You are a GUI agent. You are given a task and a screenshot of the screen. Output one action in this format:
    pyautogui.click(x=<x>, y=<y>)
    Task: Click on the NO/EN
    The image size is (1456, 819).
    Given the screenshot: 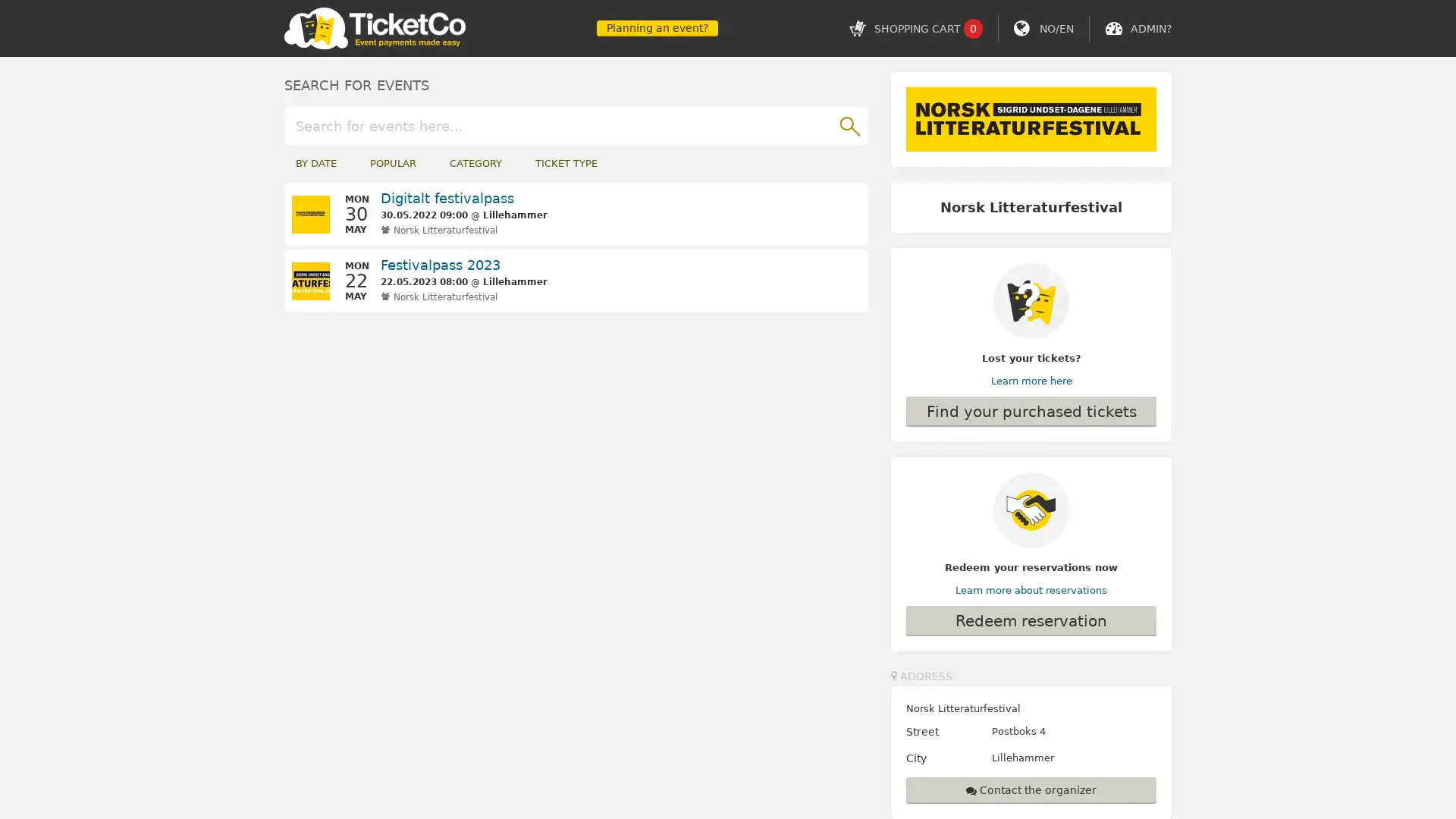 What is the action you would take?
    pyautogui.click(x=1056, y=28)
    